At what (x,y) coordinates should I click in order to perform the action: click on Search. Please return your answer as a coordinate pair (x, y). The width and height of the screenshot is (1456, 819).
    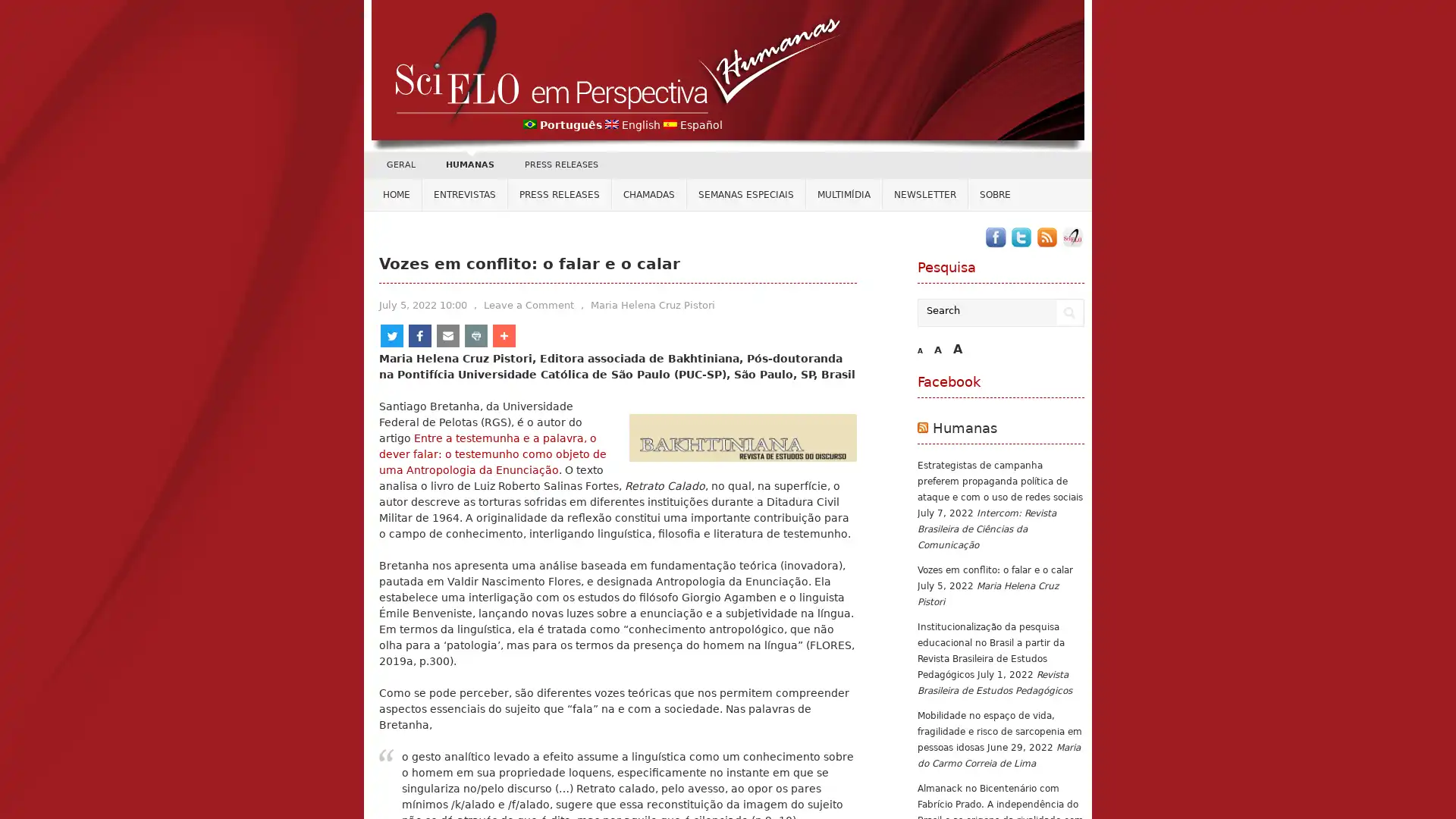
    Looking at the image, I should click on (1068, 312).